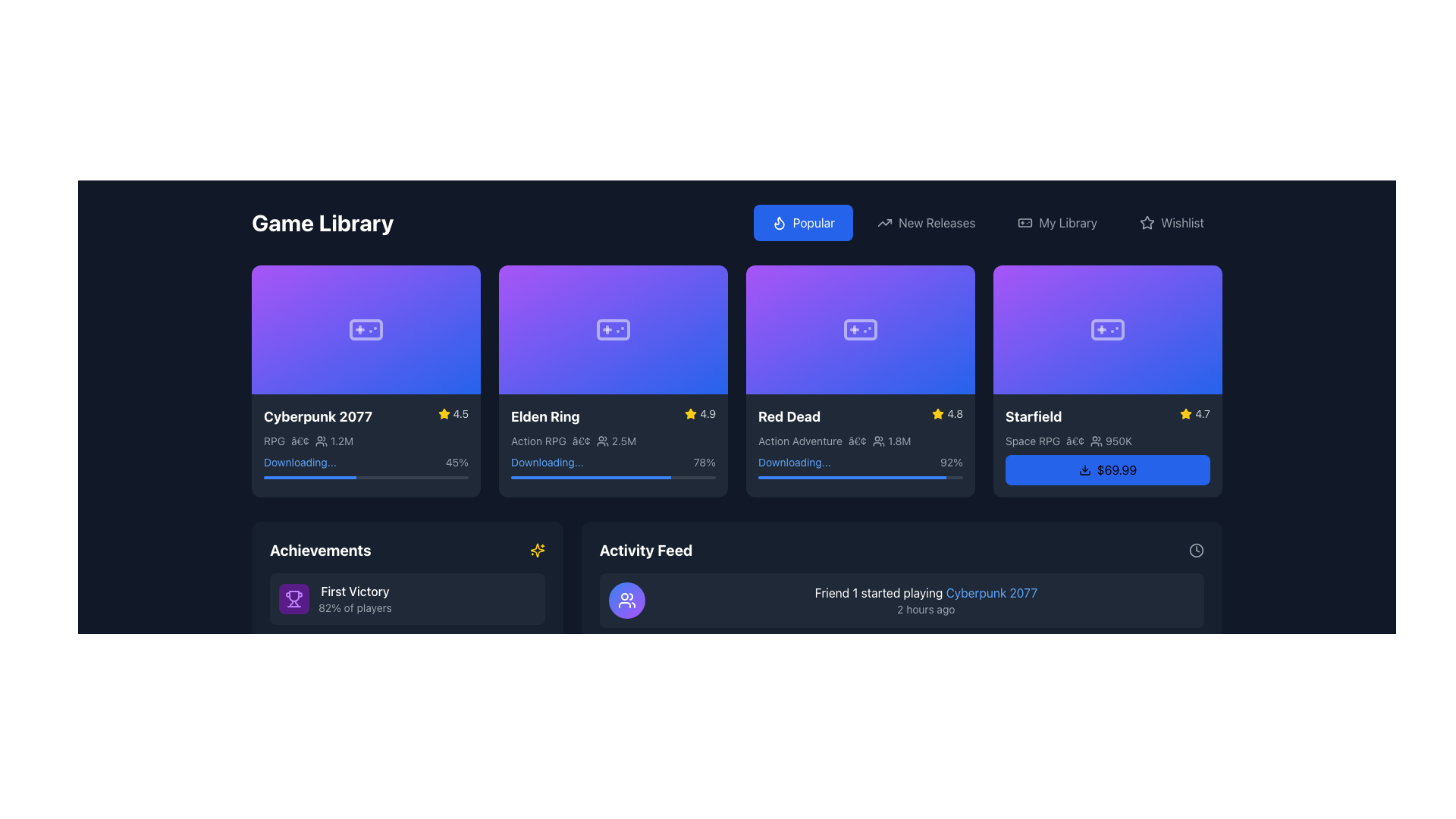 The image size is (1456, 819). I want to click on the progress status of the 'Downloading...78%' Progress Indicator located within the 'Elden Ring' game card, so click(613, 465).